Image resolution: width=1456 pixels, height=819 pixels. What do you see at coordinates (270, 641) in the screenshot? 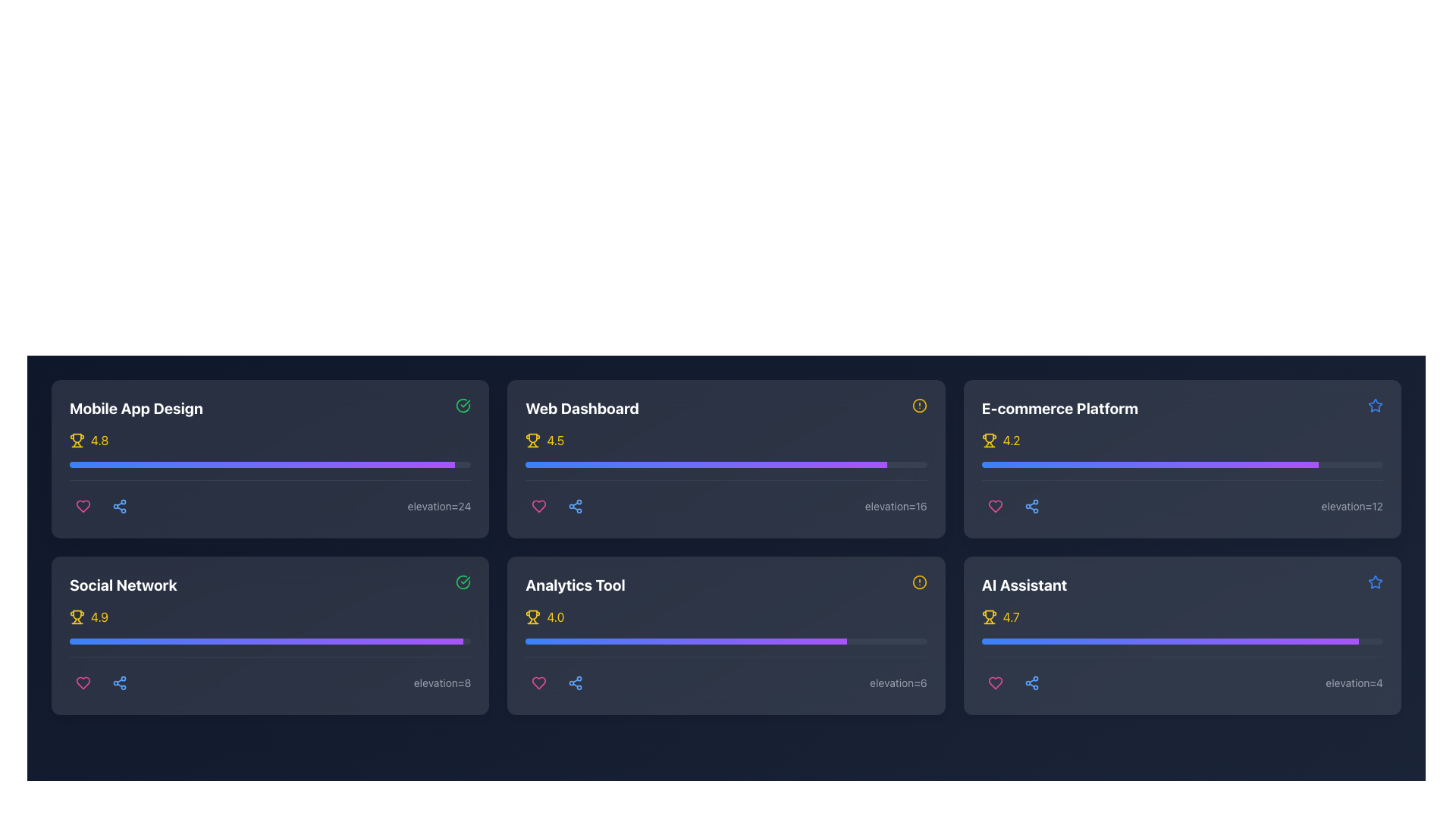
I see `the Progress bar that visually represents the percentage-based metric associated with the 'Social Network' card's performance, located second from the bottom in the vertical list of components` at bounding box center [270, 641].